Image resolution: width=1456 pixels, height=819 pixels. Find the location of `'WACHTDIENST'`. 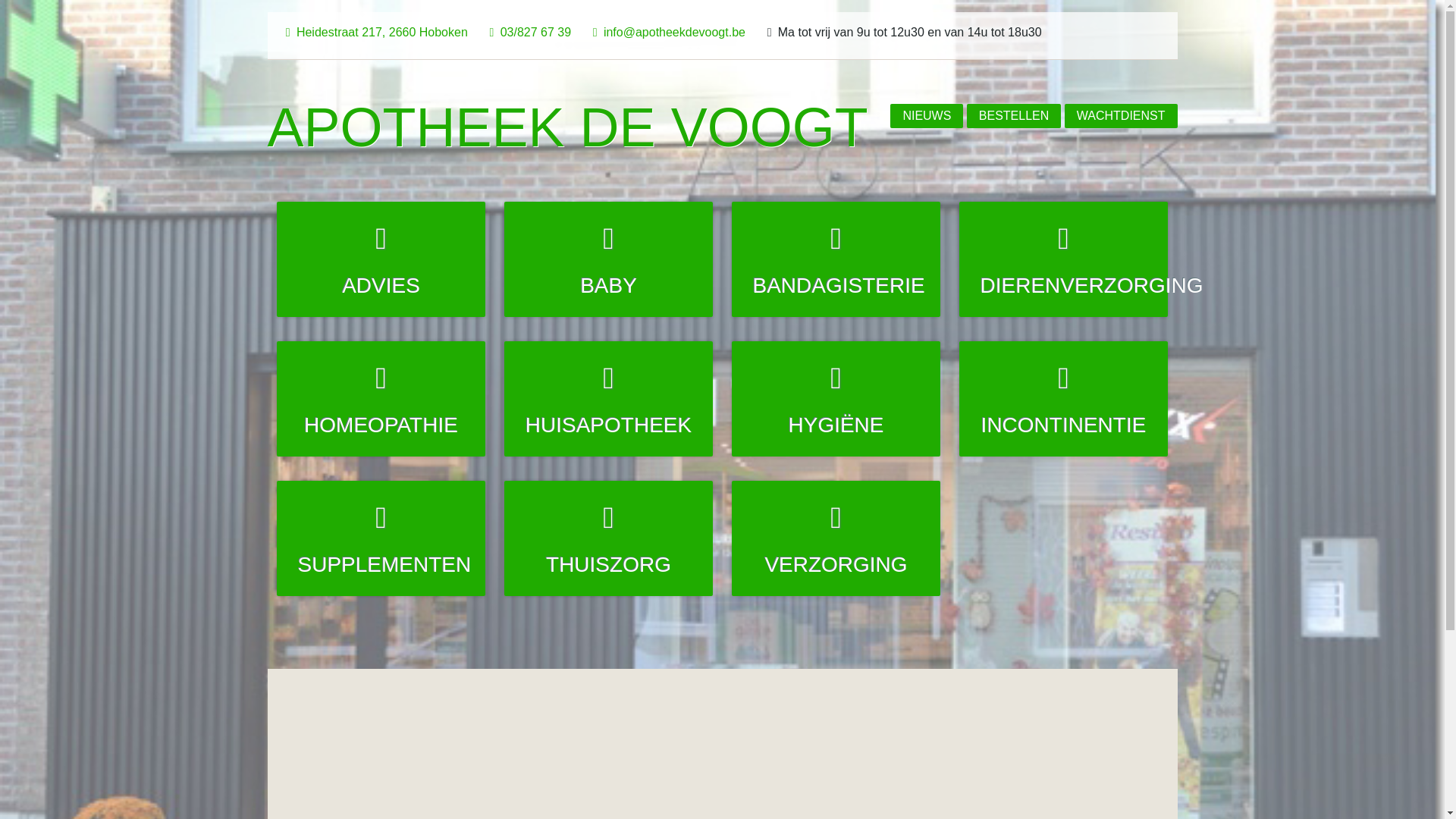

'WACHTDIENST' is located at coordinates (1121, 115).